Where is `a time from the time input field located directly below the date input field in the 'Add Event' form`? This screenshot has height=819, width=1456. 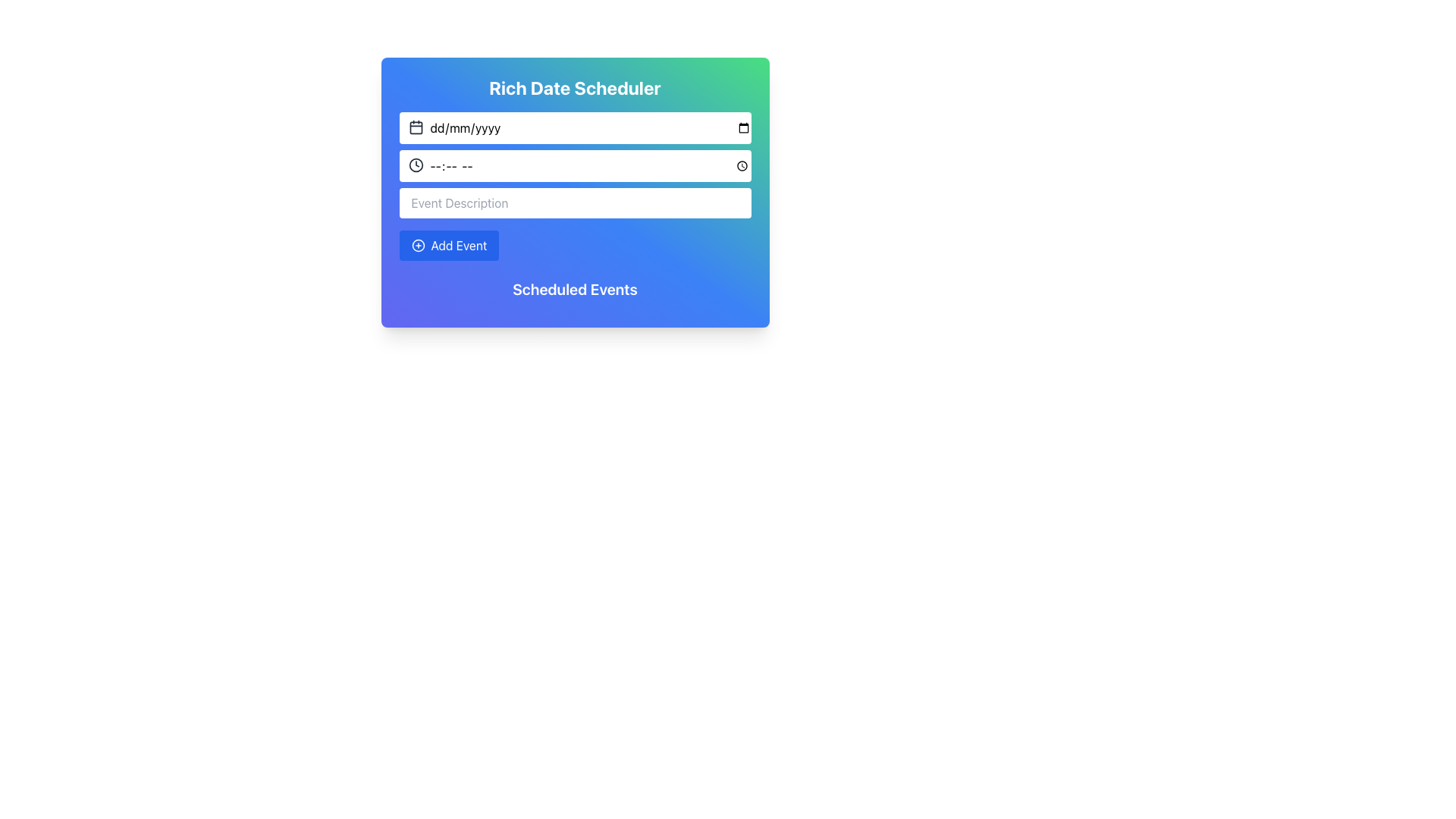
a time from the time input field located directly below the date input field in the 'Add Event' form is located at coordinates (574, 166).